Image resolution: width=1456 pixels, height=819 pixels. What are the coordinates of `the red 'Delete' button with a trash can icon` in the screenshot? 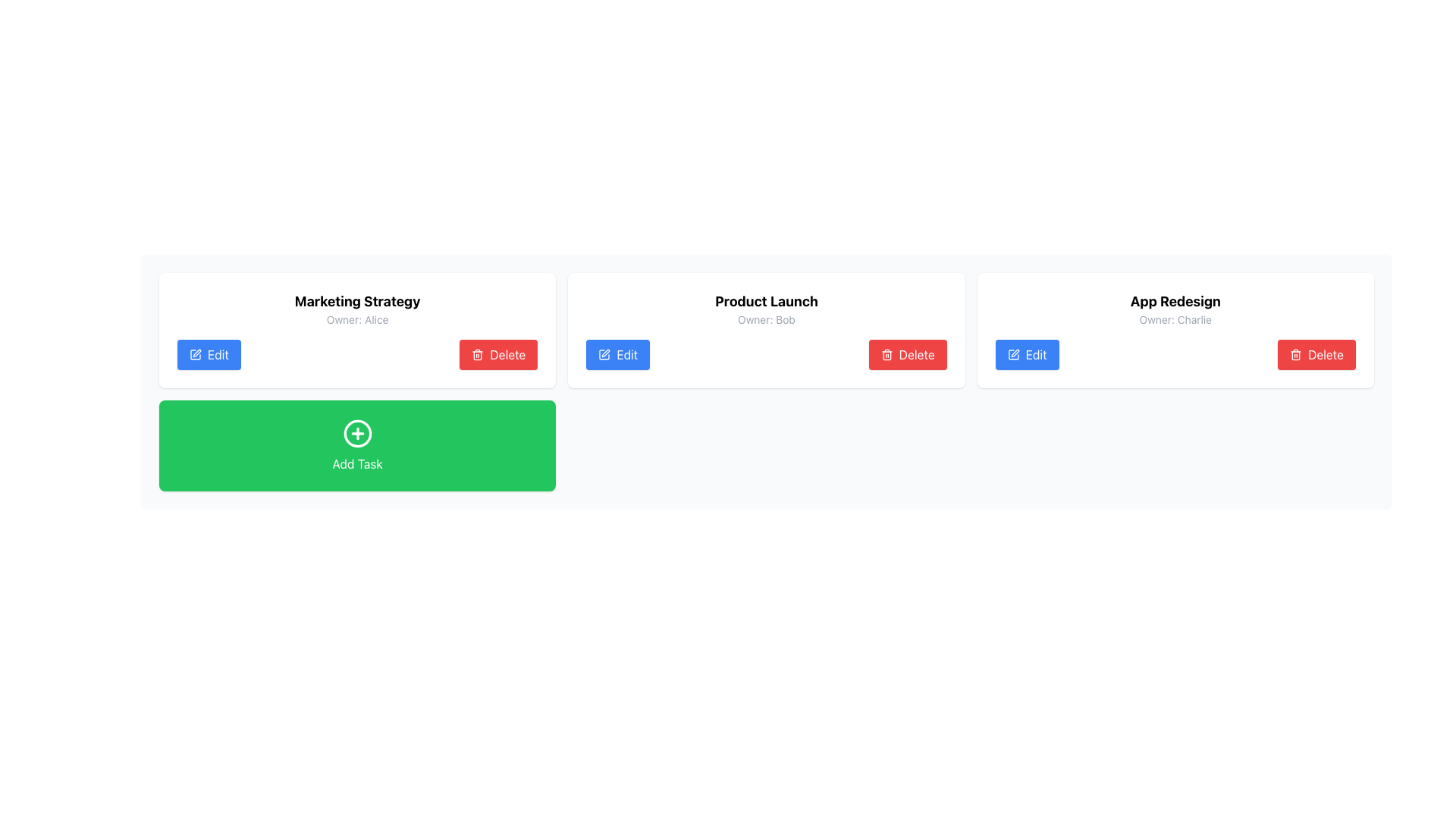 It's located at (908, 354).